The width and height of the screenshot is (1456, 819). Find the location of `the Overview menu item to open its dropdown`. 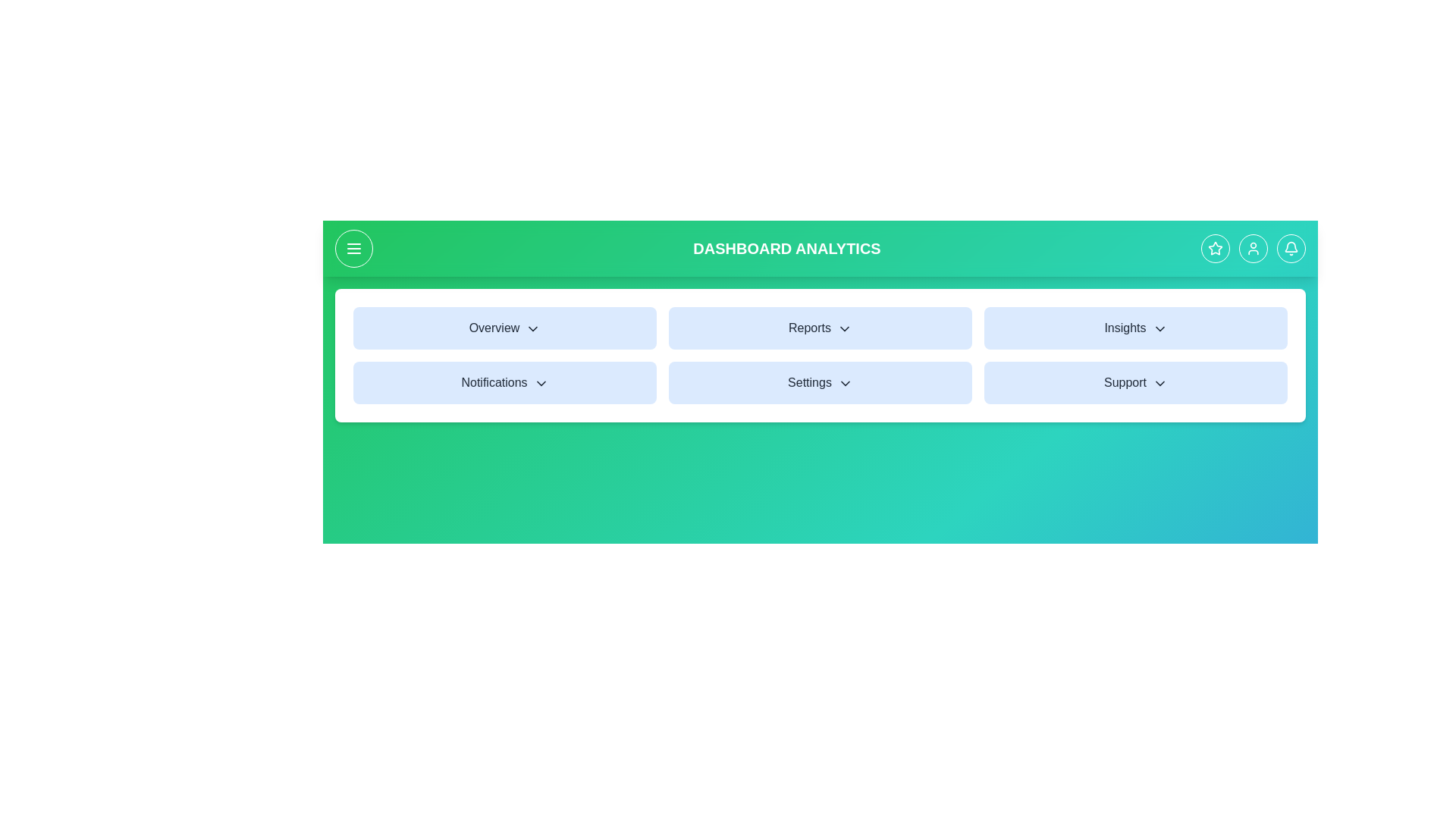

the Overview menu item to open its dropdown is located at coordinates (505, 327).